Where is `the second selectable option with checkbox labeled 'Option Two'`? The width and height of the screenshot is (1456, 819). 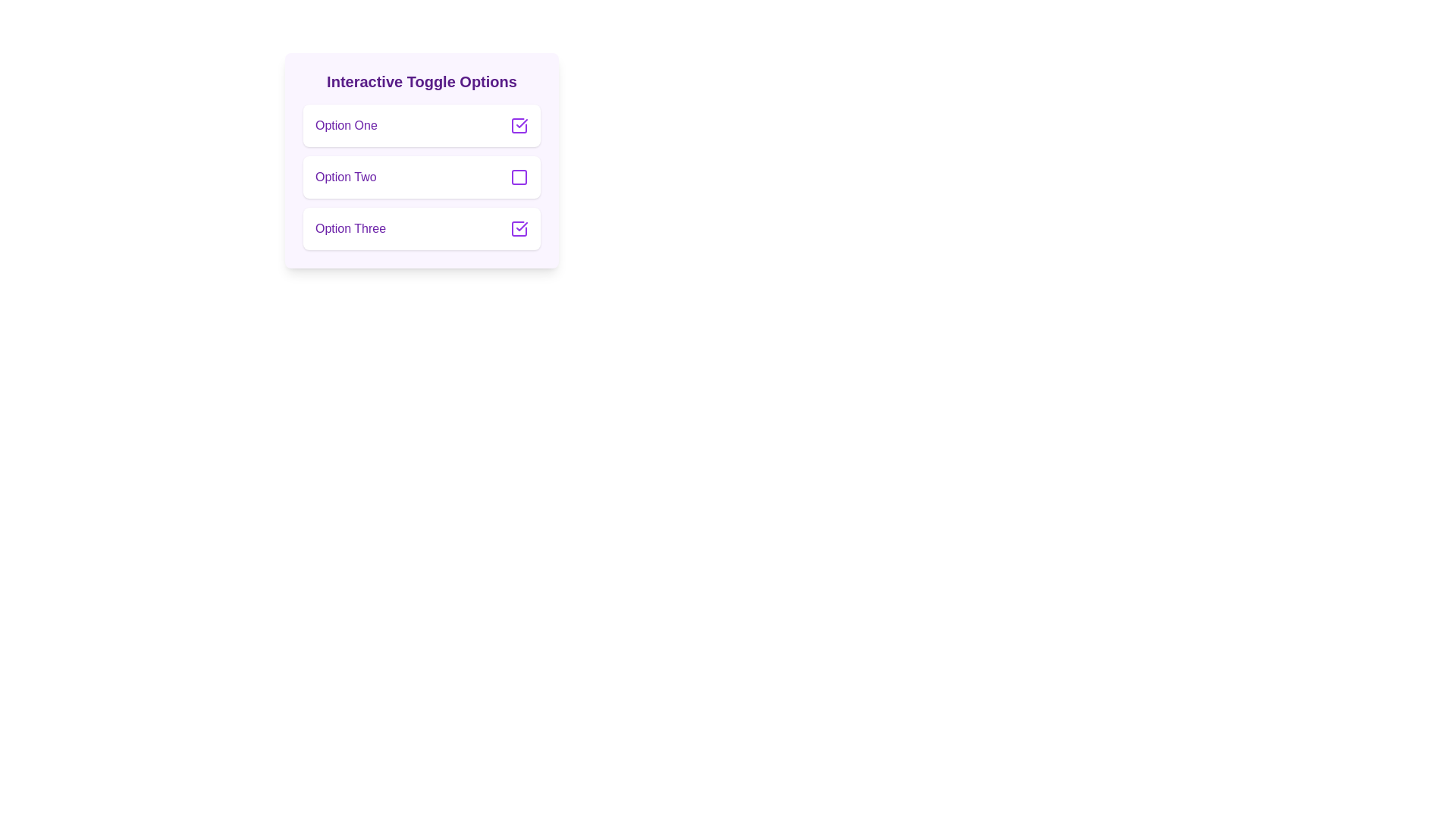 the second selectable option with checkbox labeled 'Option Two' is located at coordinates (422, 161).